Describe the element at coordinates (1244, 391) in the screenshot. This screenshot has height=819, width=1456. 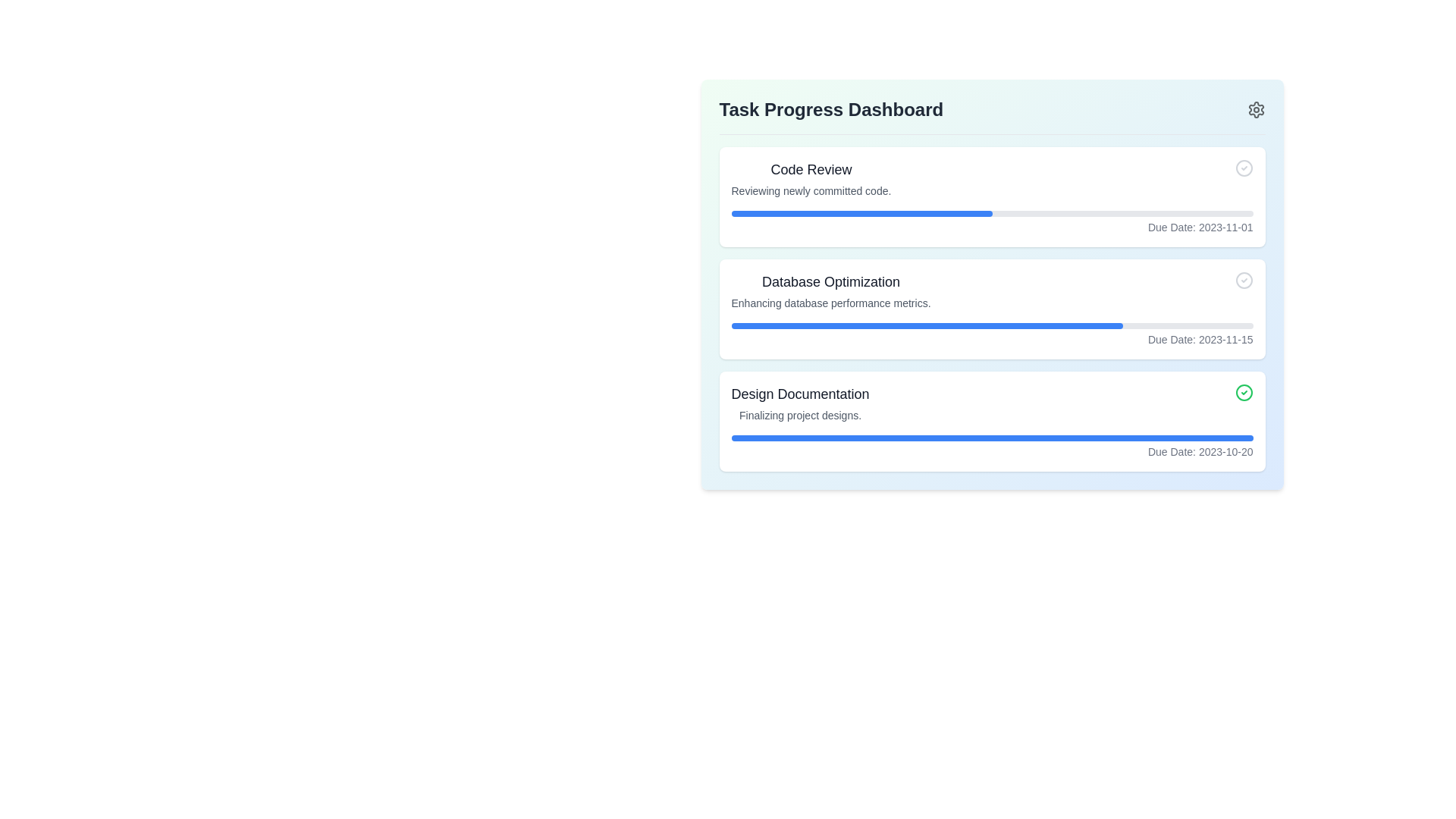
I see `circular check icon component indicating a completed task for the 'Design Documentation' row, located to the right of the row contents` at that location.